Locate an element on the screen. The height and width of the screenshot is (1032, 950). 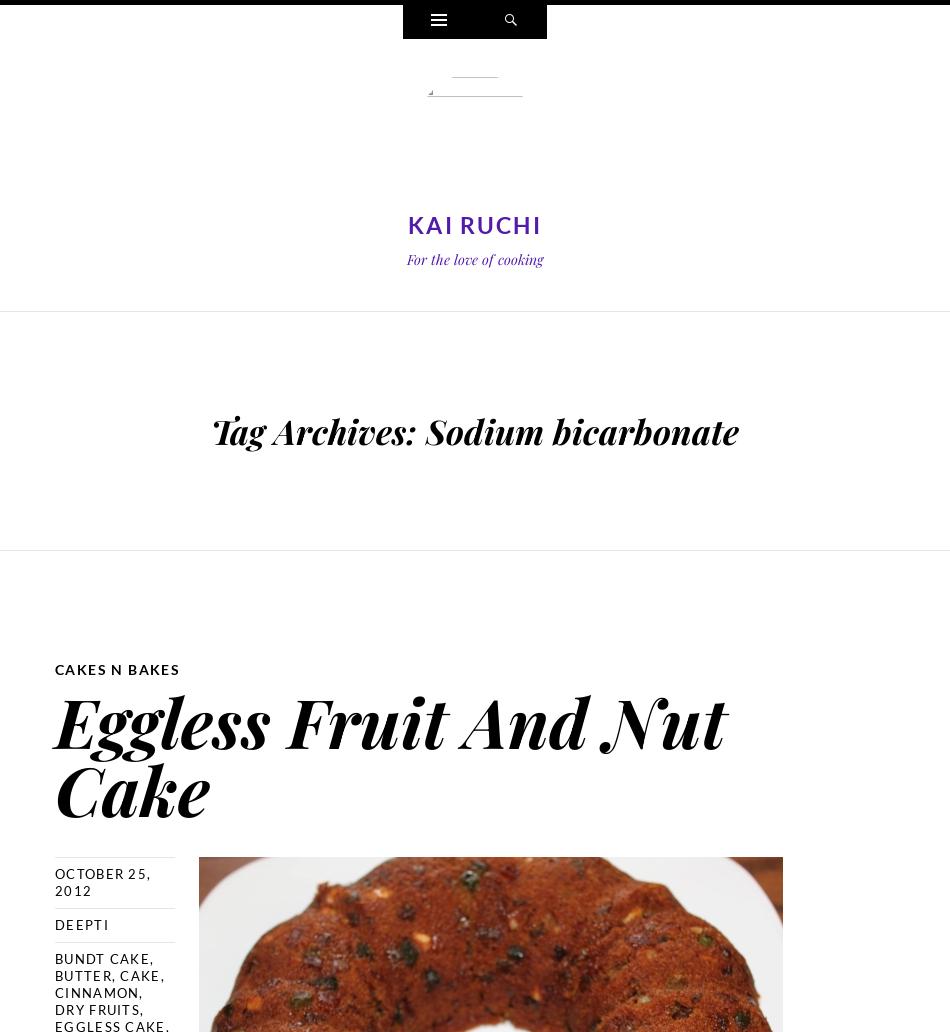
'cinnamon' is located at coordinates (96, 990).